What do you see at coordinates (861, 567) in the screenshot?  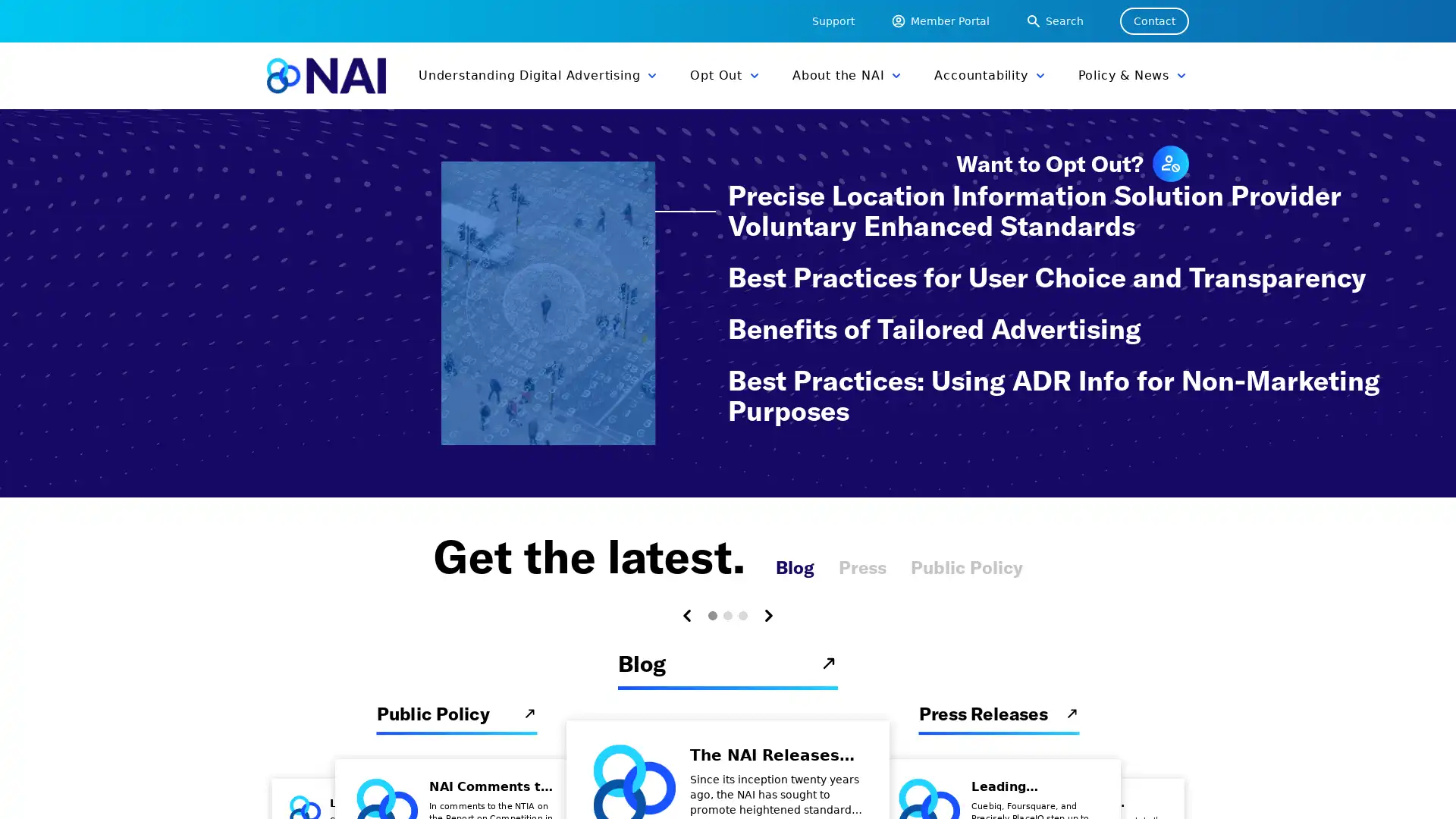 I see `Press` at bounding box center [861, 567].